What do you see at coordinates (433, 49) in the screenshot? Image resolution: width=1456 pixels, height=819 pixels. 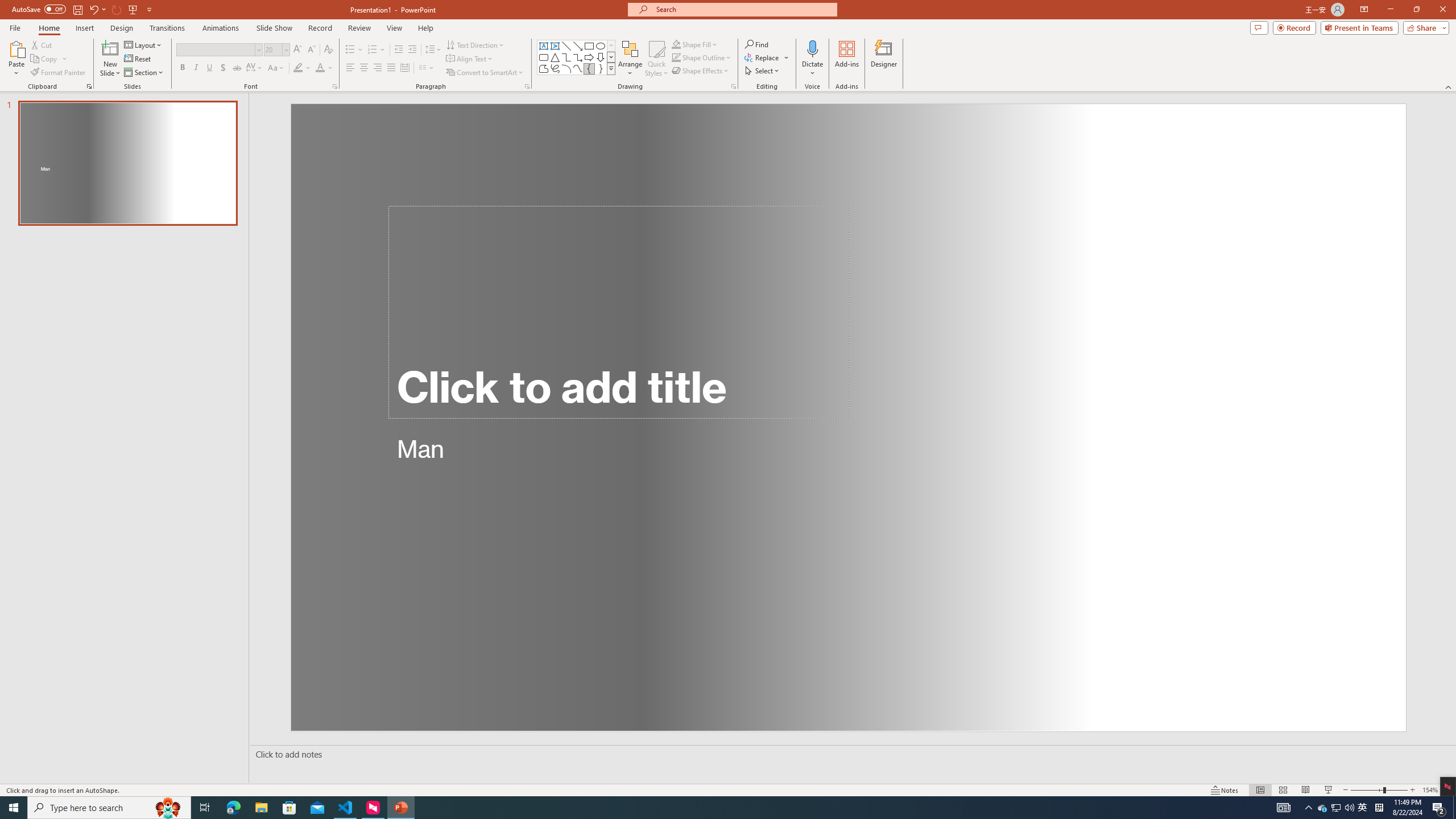 I see `'Line Spacing'` at bounding box center [433, 49].